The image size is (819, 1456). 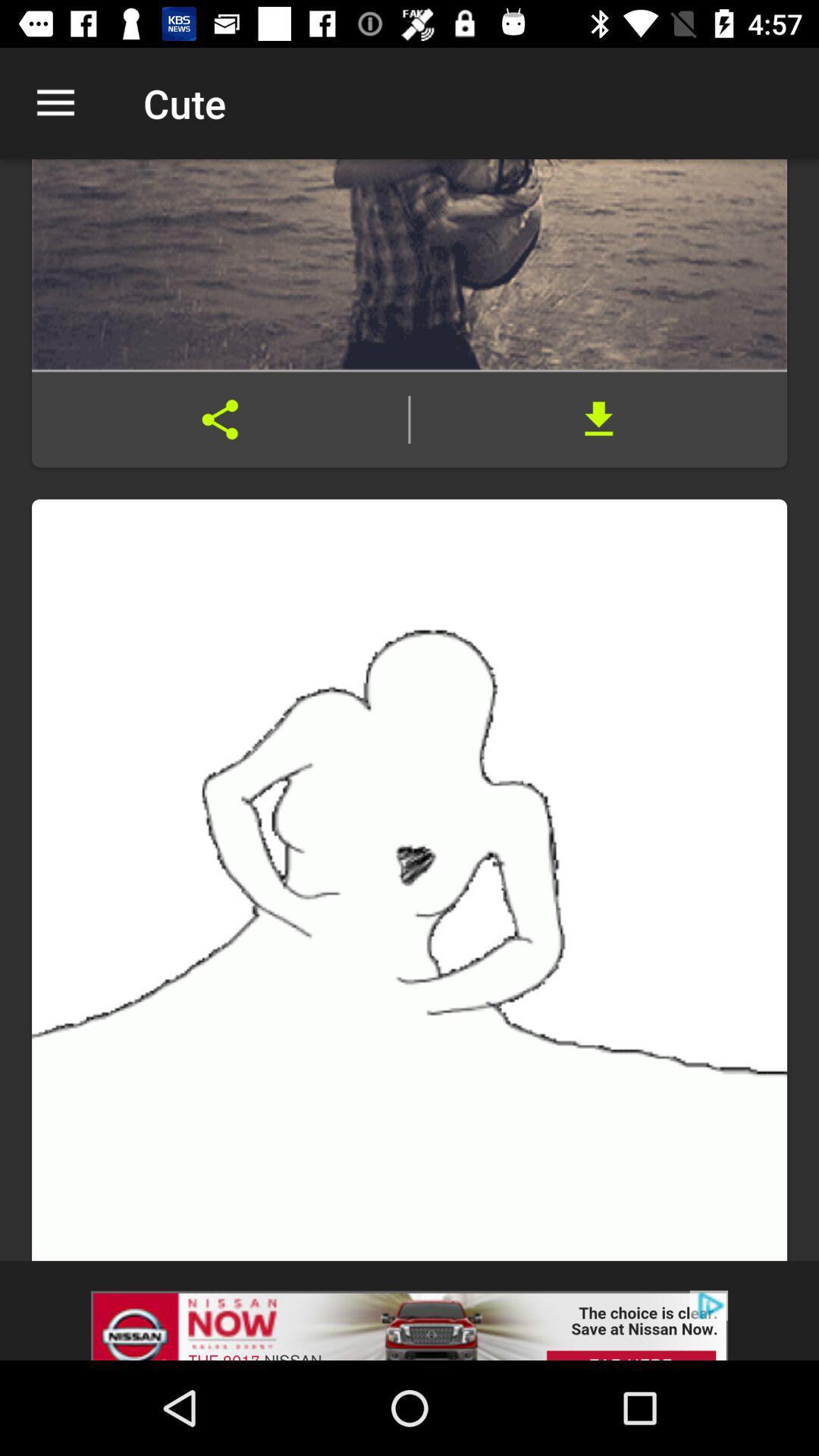 What do you see at coordinates (598, 419) in the screenshot?
I see `download` at bounding box center [598, 419].